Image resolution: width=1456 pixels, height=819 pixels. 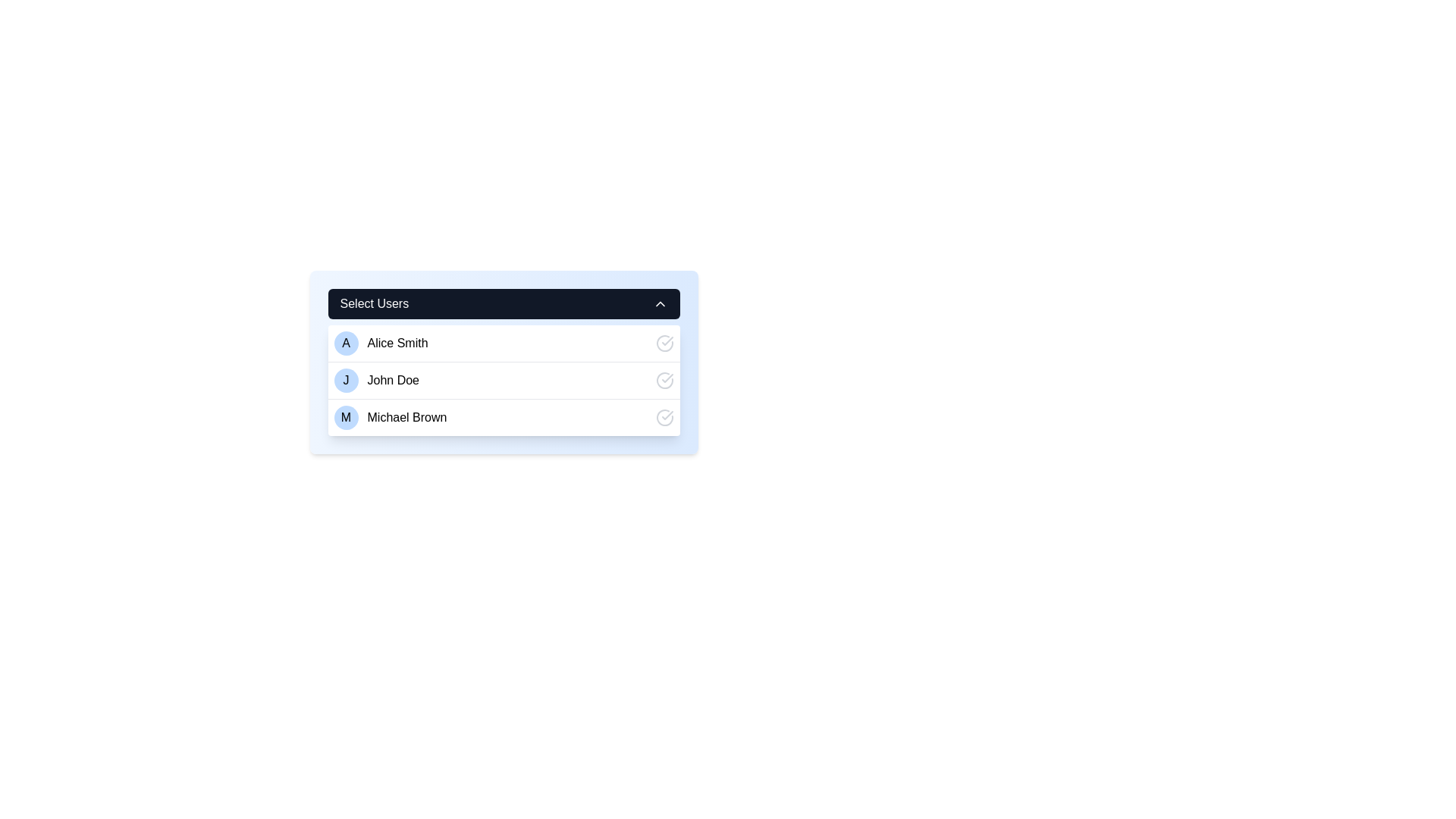 I want to click on the static text label 'John Doe' in the user selection list to visually identify the associated user entry, so click(x=393, y=379).